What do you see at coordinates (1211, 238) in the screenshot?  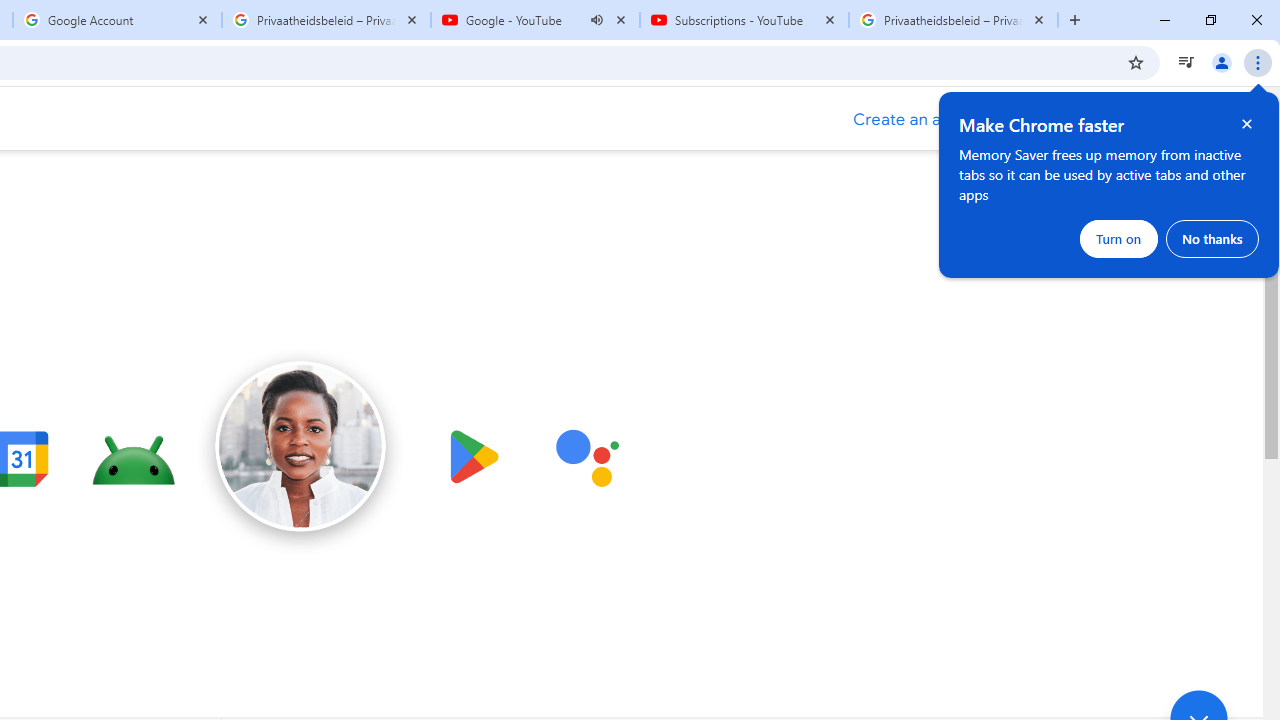 I see `'No thanks'` at bounding box center [1211, 238].